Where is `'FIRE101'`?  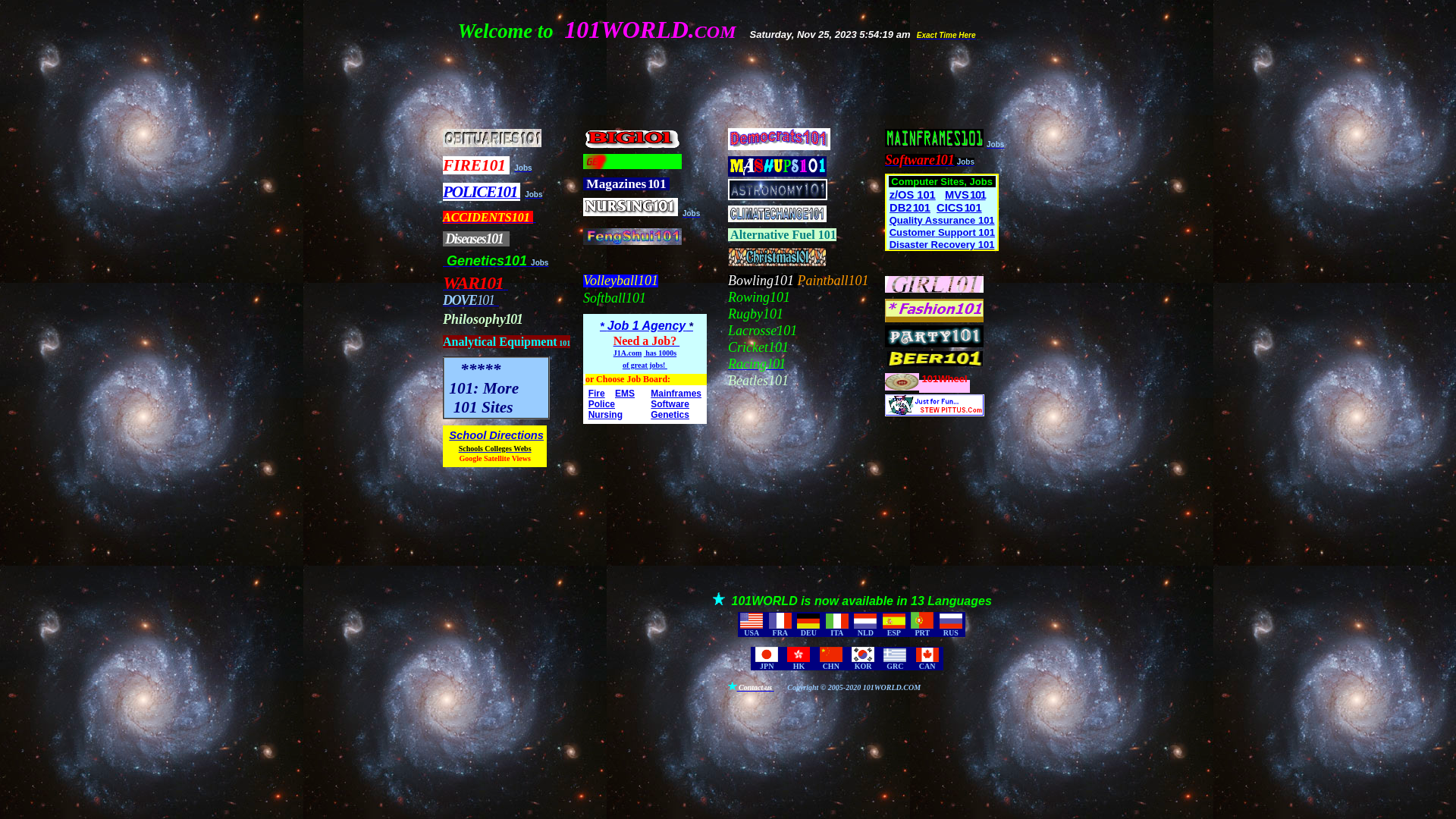
'FIRE101' is located at coordinates (475, 166).